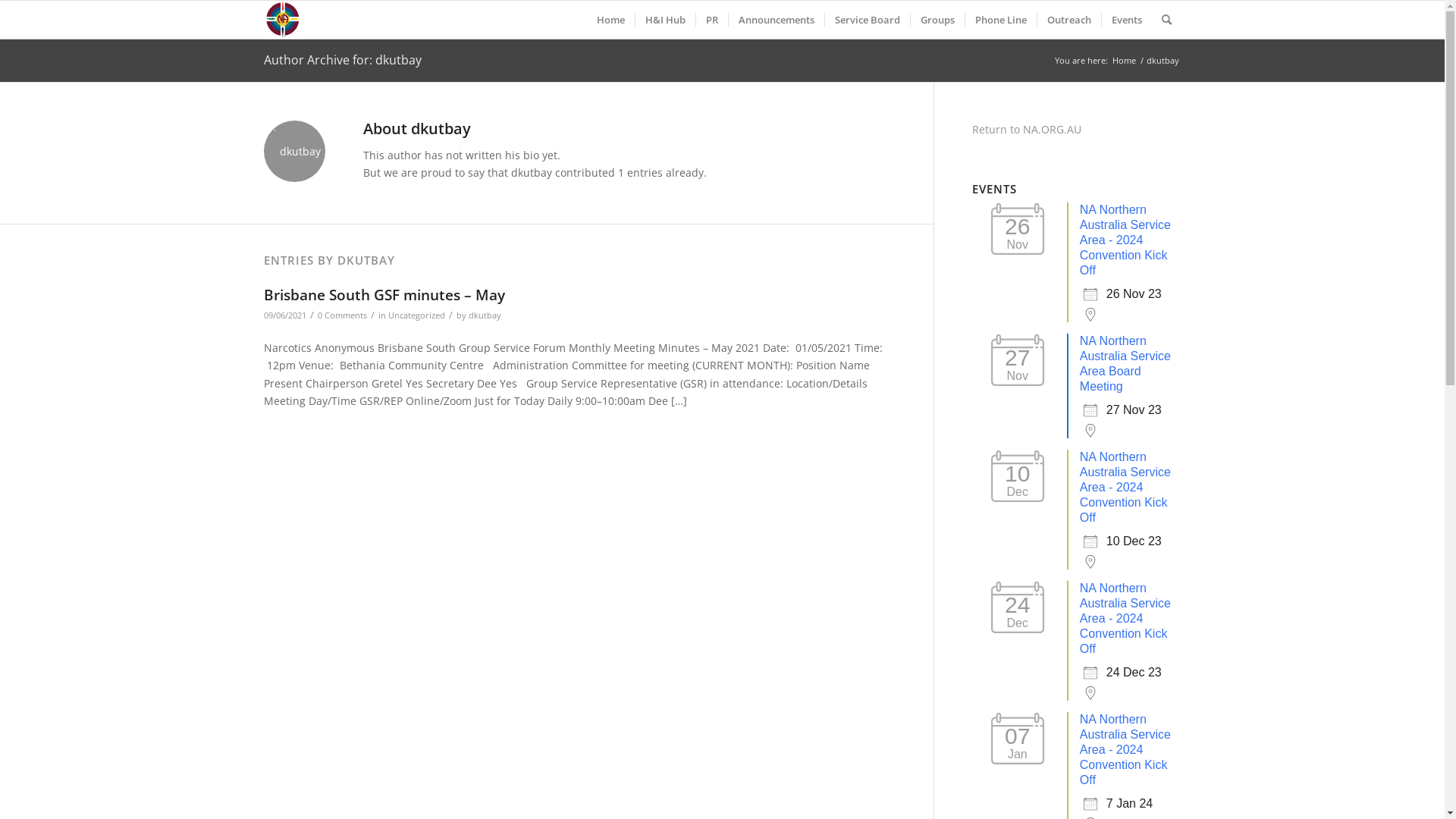 This screenshot has width=1456, height=819. What do you see at coordinates (1035, 20) in the screenshot?
I see `'Outreach'` at bounding box center [1035, 20].